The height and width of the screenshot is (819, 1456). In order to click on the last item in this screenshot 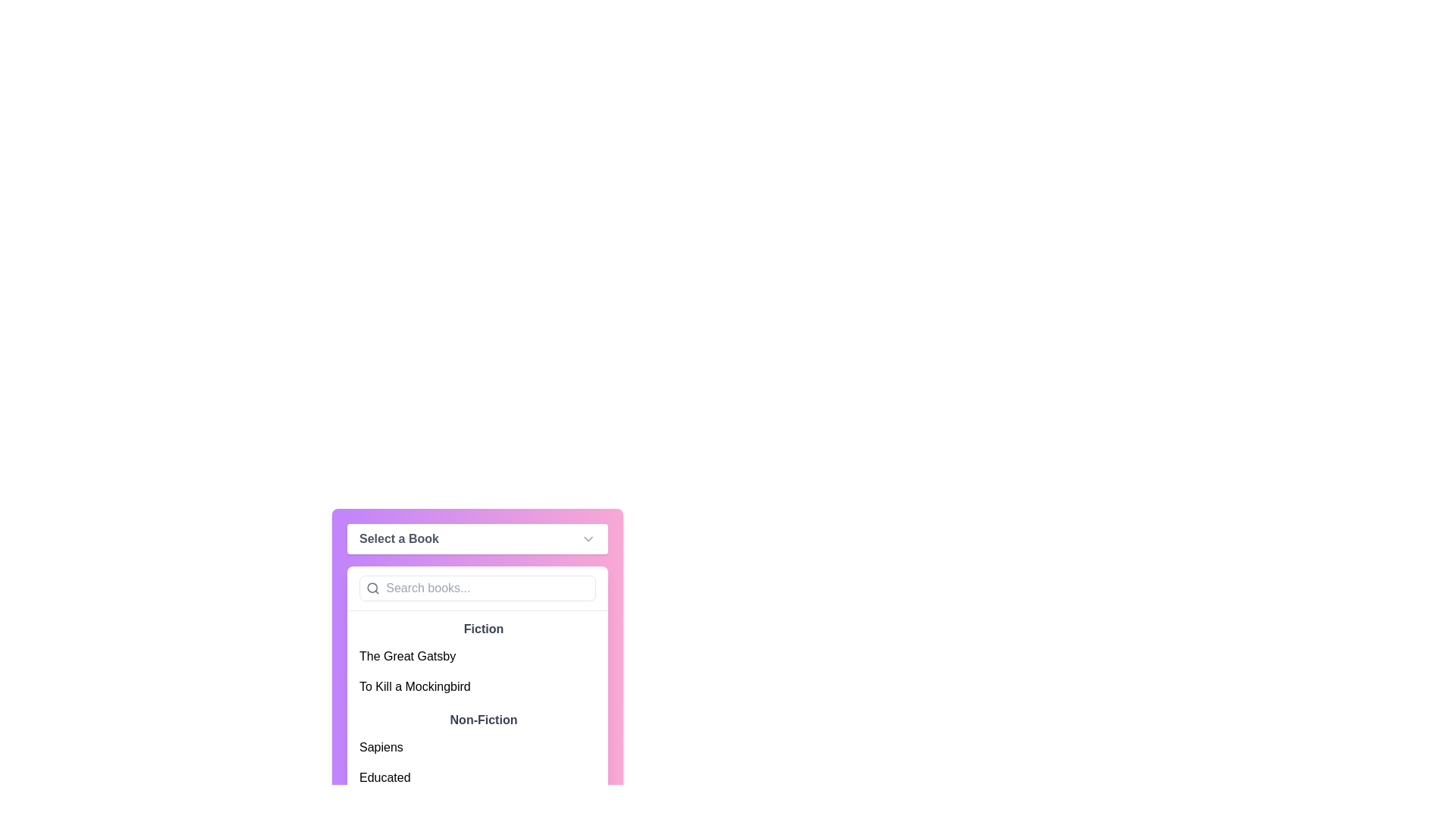, I will do `click(384, 778)`.